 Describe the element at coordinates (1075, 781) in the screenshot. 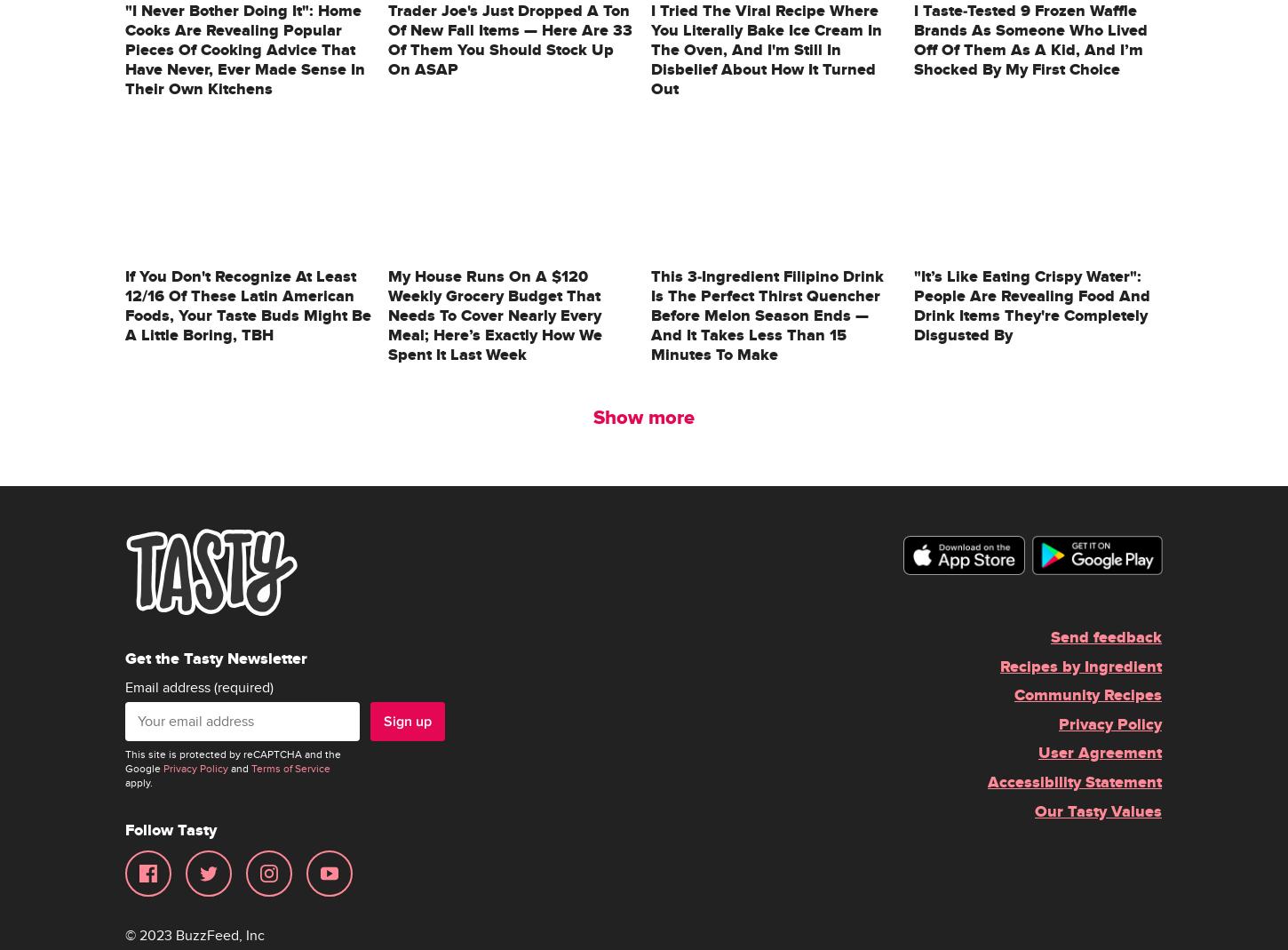

I see `'Accessibility Statement'` at that location.